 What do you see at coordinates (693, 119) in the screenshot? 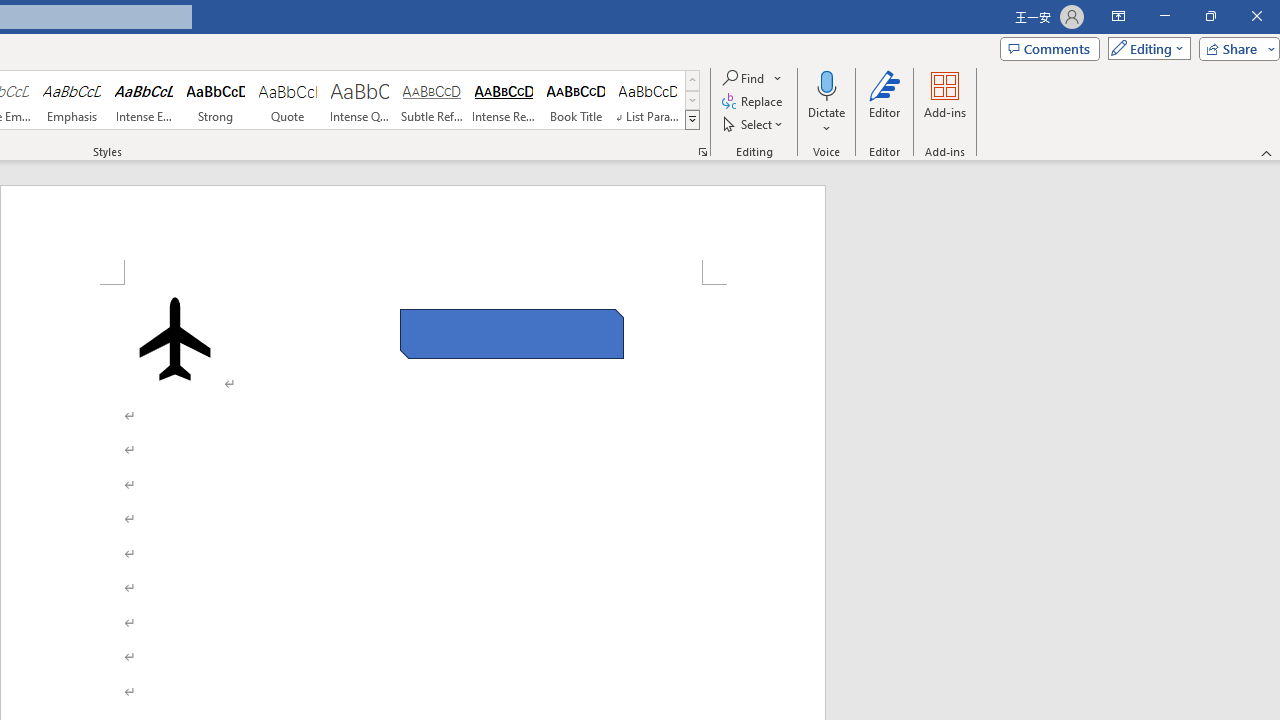
I see `'Class: NetUIImage'` at bounding box center [693, 119].